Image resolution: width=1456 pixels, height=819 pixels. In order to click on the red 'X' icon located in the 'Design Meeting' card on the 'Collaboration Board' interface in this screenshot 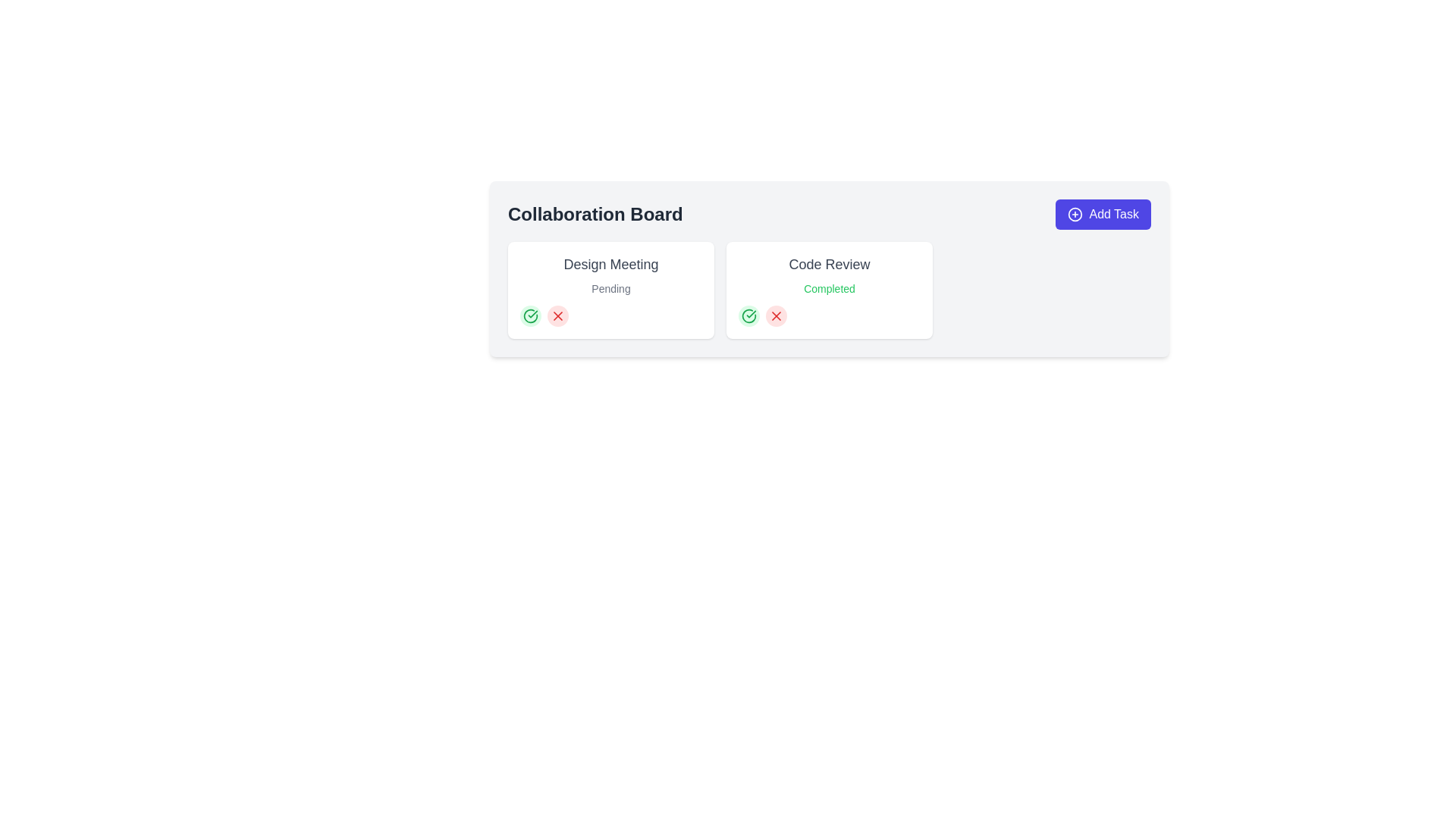, I will do `click(557, 315)`.